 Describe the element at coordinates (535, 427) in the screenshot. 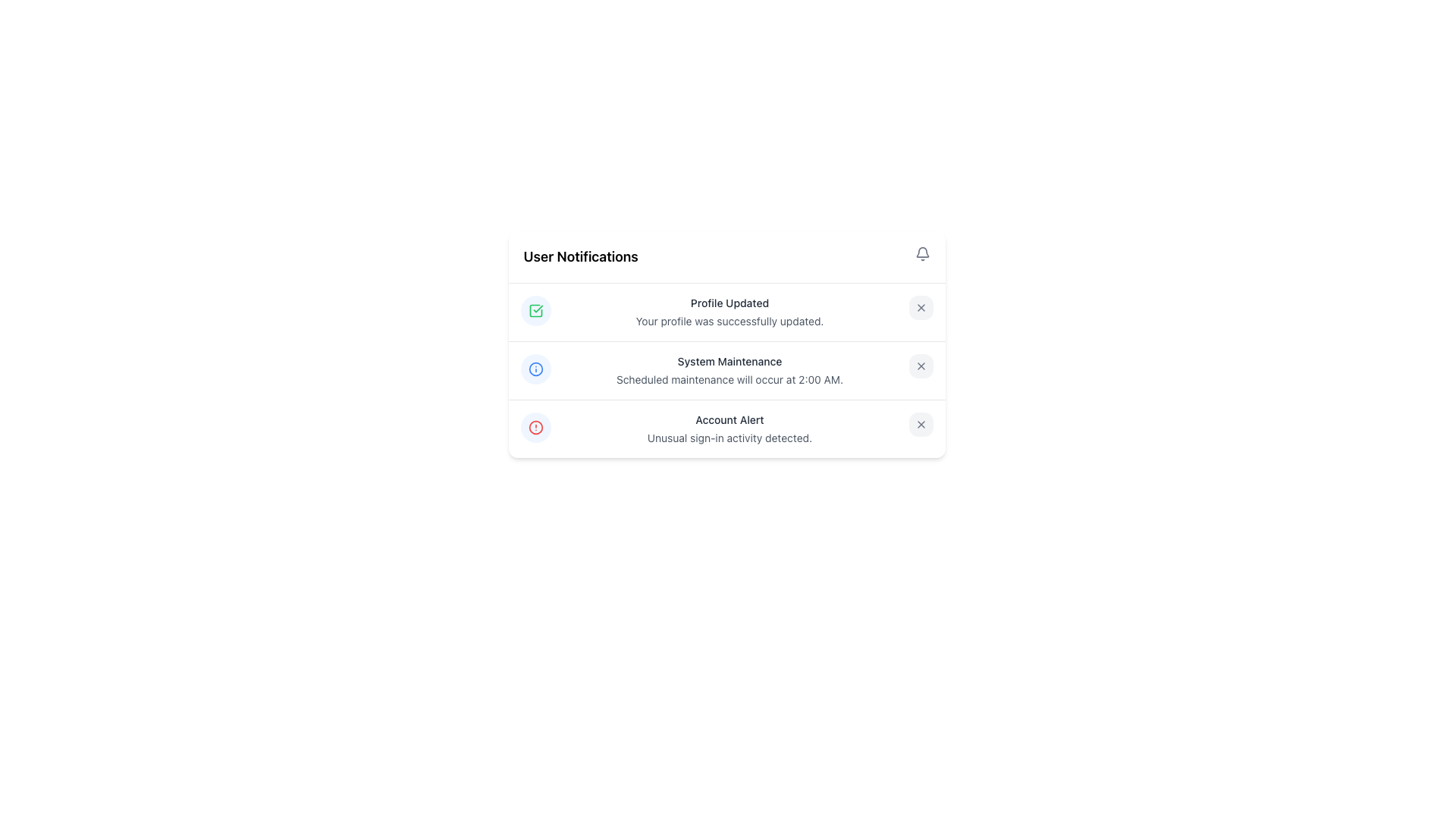

I see `the alert indicator icon located to the left of the notification text in the third notification entry of the vertical list, which has a light blue circular background` at that location.